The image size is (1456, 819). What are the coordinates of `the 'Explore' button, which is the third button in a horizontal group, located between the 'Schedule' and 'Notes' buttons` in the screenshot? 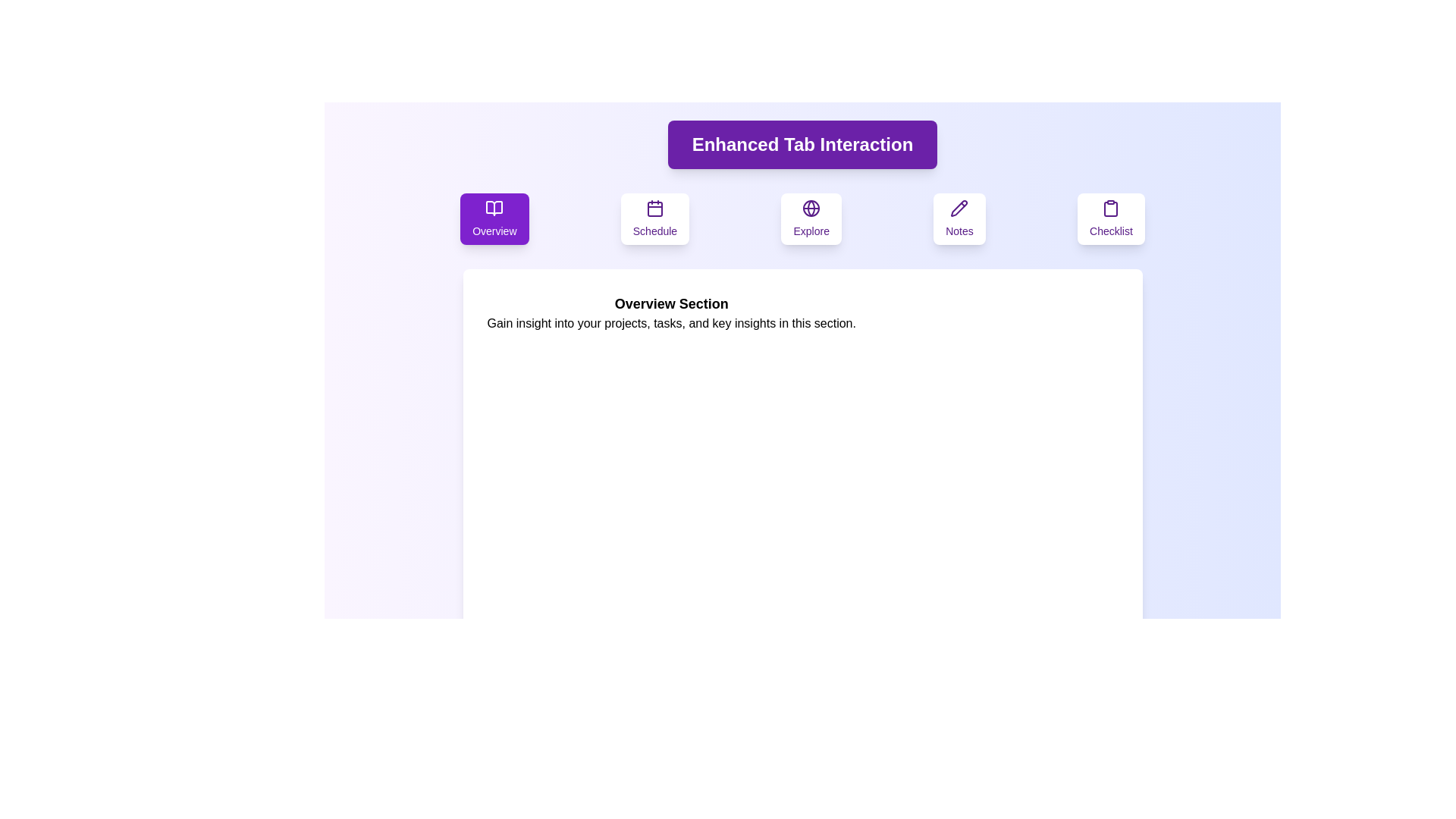 It's located at (811, 219).